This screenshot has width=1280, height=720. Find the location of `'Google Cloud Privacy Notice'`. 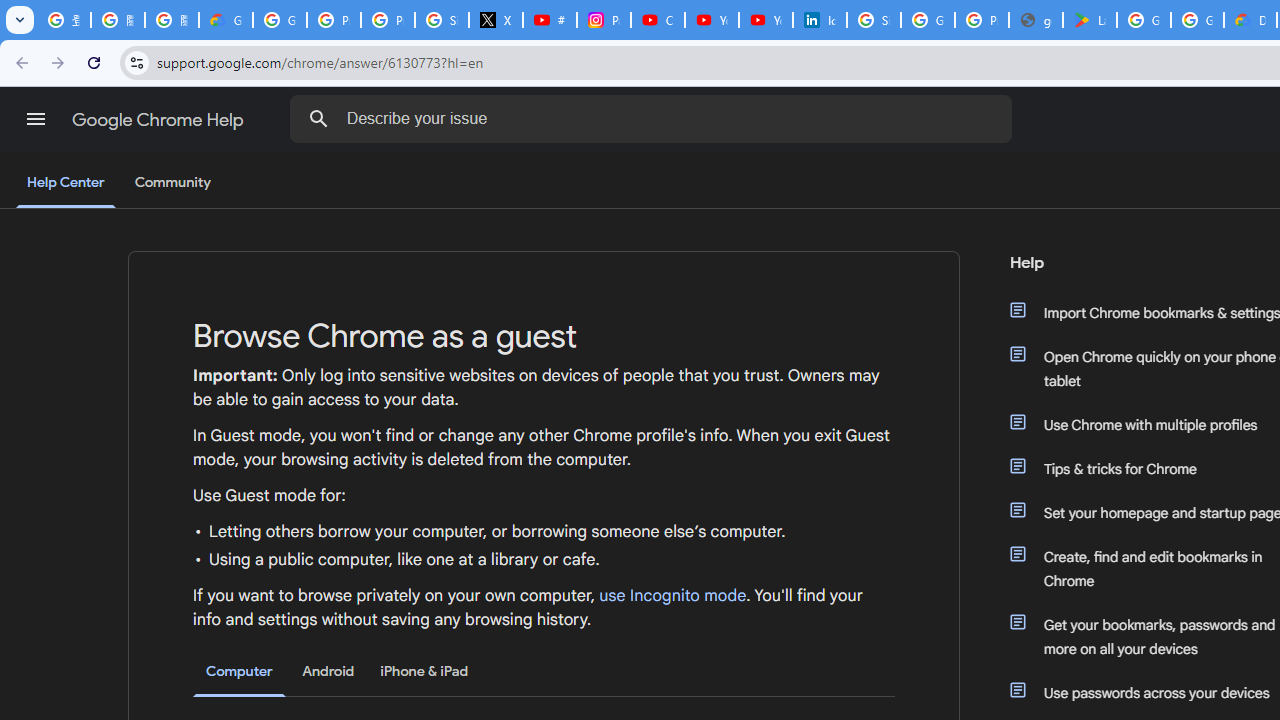

'Google Cloud Privacy Notice' is located at coordinates (225, 20).